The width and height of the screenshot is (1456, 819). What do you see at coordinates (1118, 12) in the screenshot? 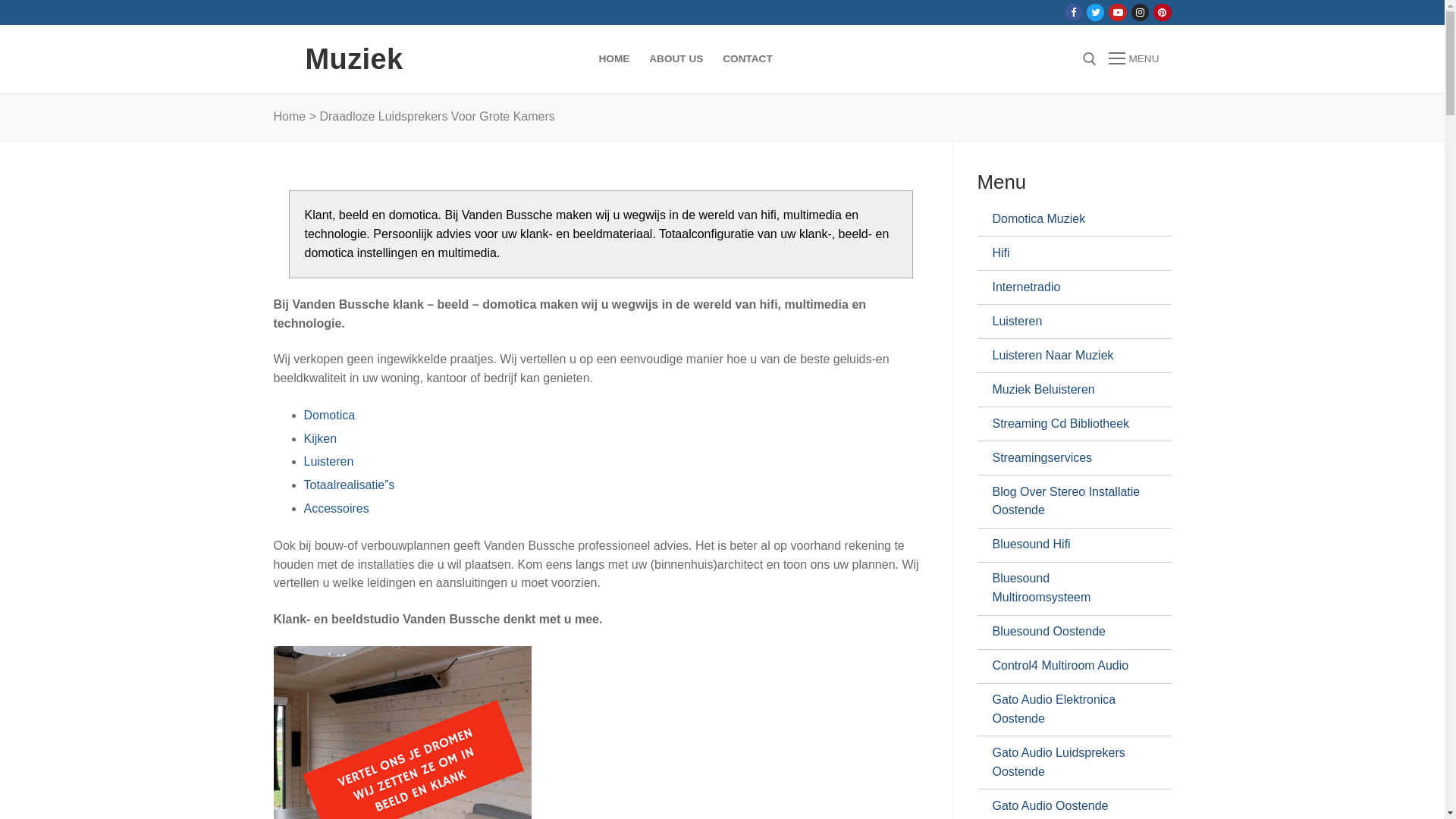
I see `'Youtube'` at bounding box center [1118, 12].